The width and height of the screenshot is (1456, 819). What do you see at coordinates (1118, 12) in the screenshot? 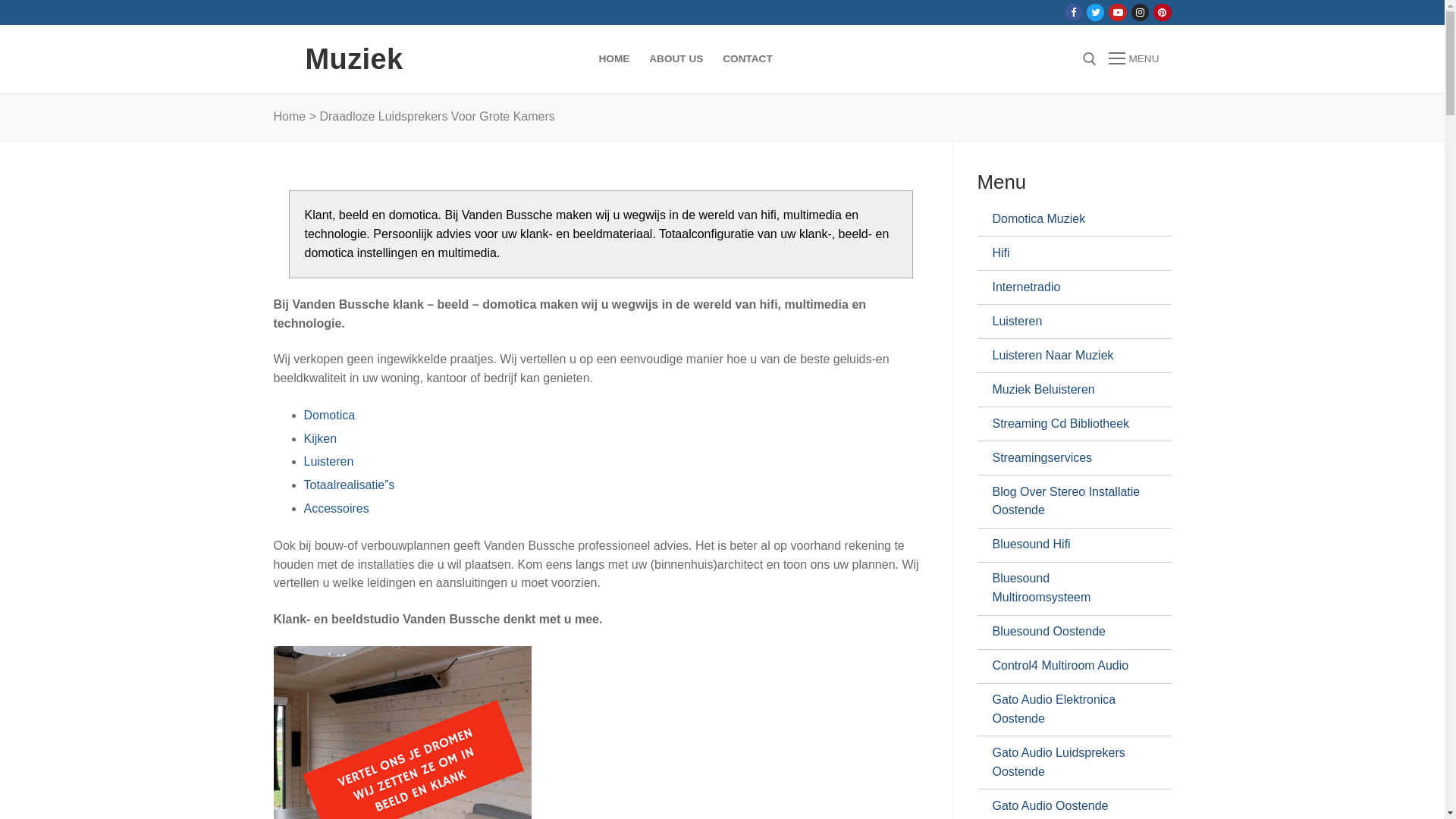
I see `'Youtube'` at bounding box center [1118, 12].